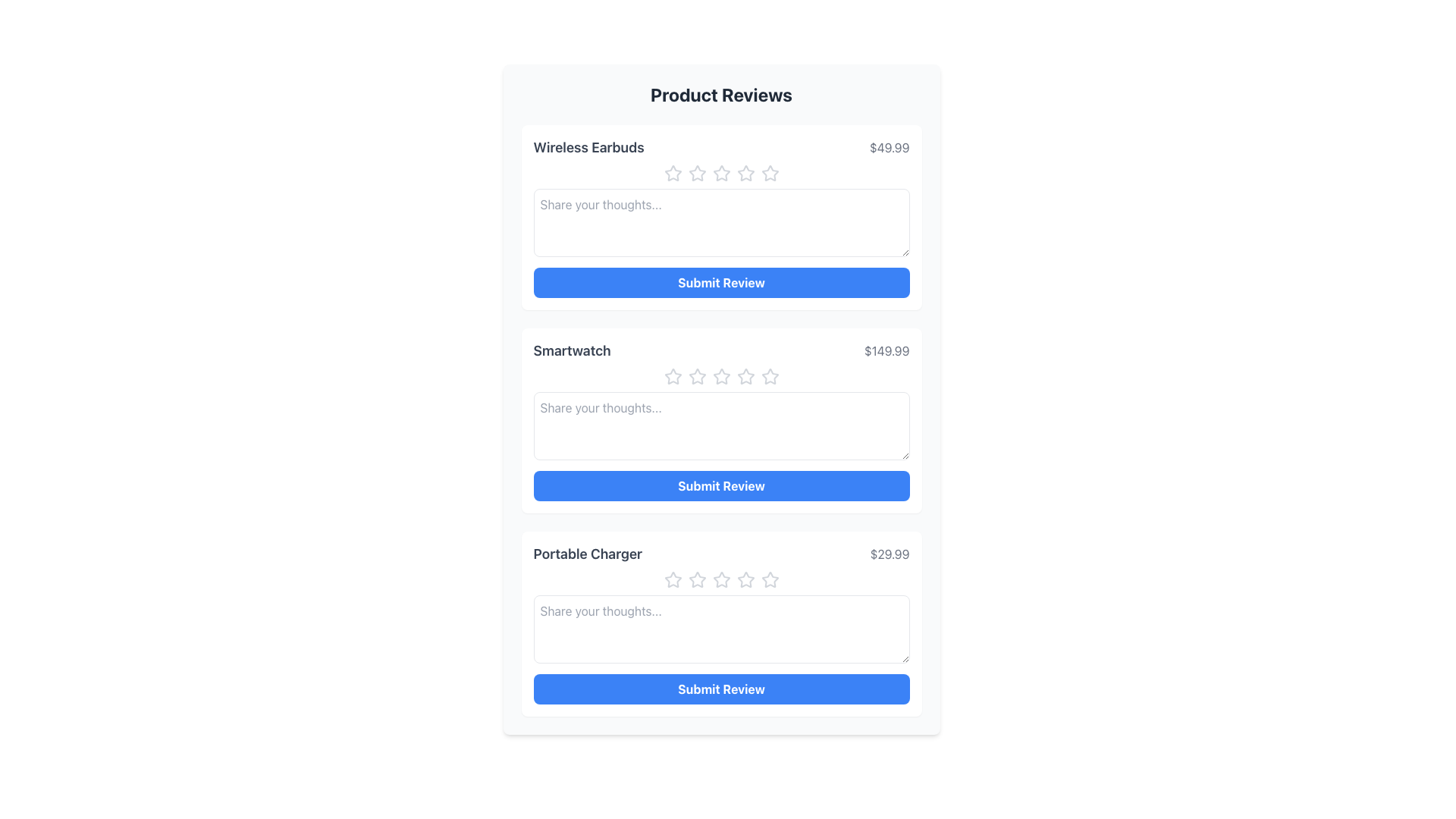 The image size is (1456, 819). What do you see at coordinates (745, 172) in the screenshot?
I see `the fourth star-shaped icon in the rating section of the 'Wireless Earbuds' product review` at bounding box center [745, 172].